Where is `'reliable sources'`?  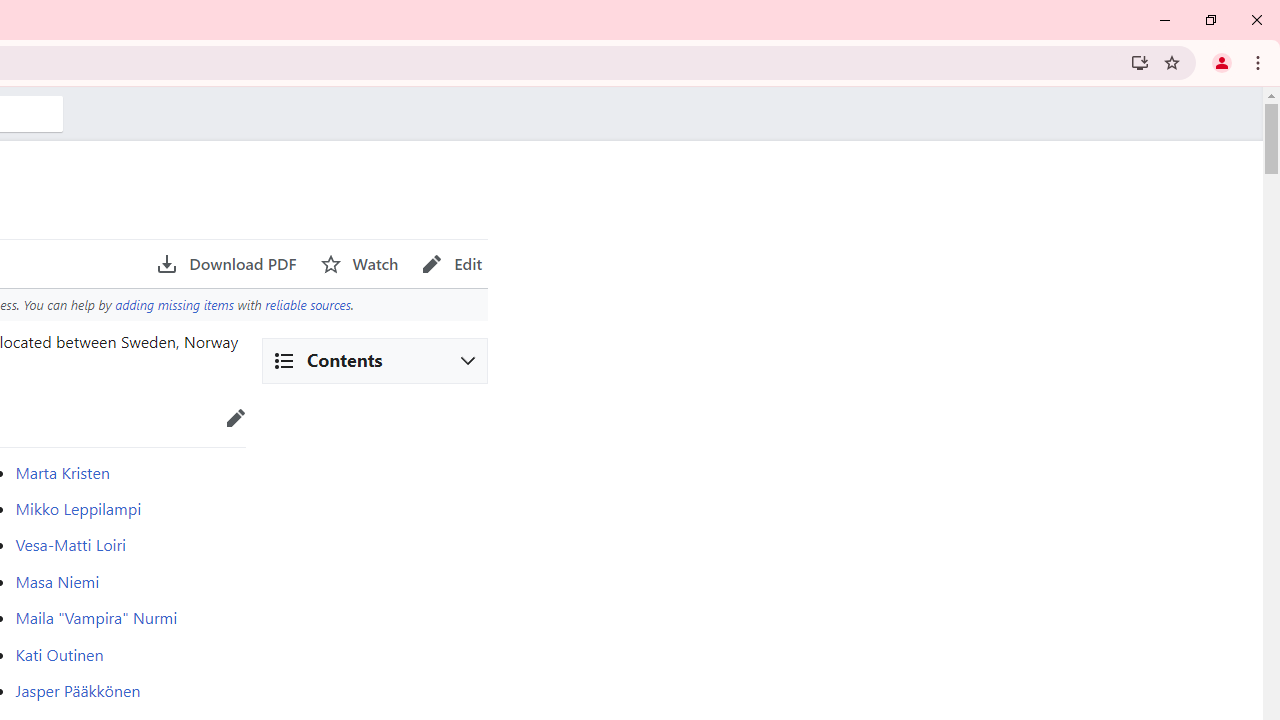
'reliable sources' is located at coordinates (306, 304).